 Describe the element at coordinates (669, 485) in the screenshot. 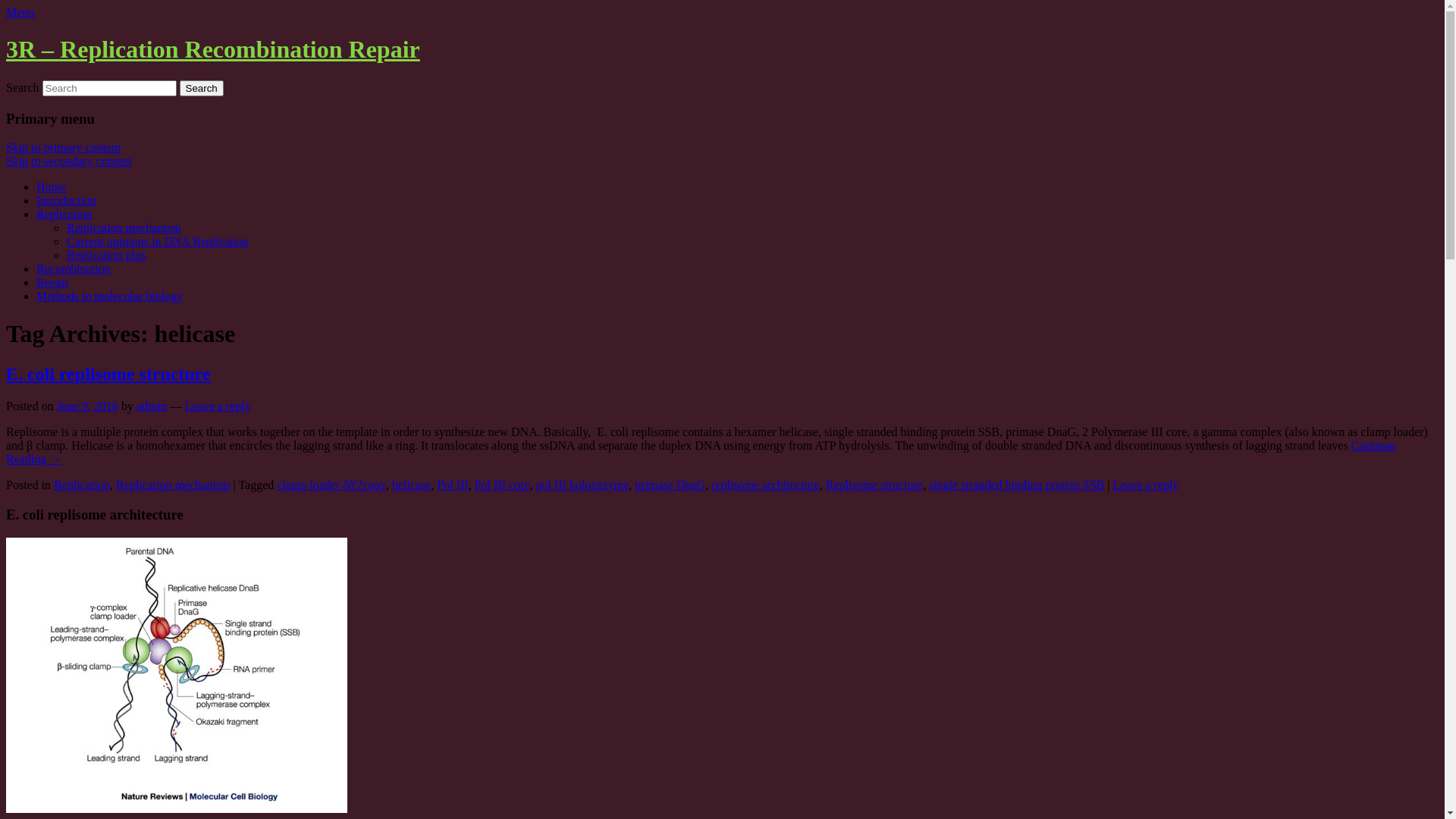

I see `'primase DnaG'` at that location.